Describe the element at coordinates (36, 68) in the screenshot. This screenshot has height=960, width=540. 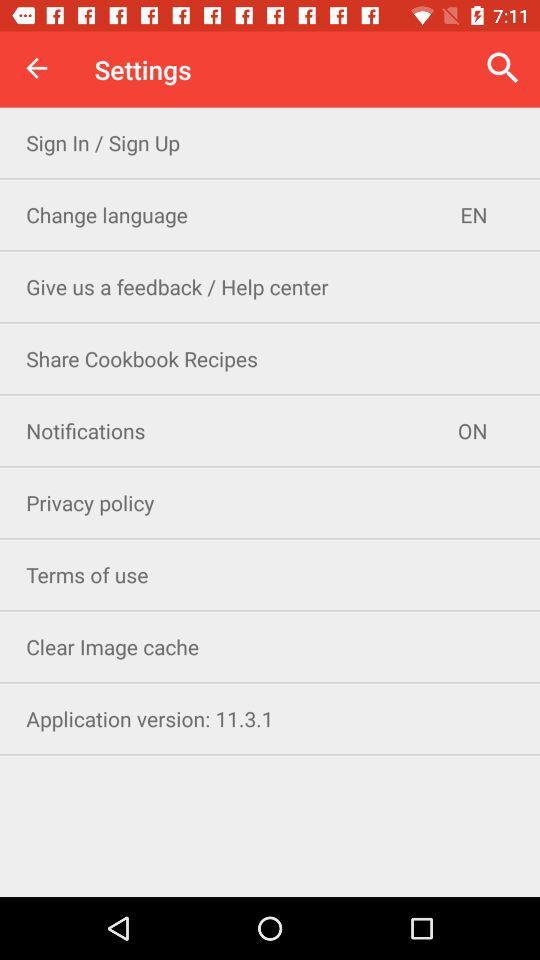
I see `item above sign in sign` at that location.